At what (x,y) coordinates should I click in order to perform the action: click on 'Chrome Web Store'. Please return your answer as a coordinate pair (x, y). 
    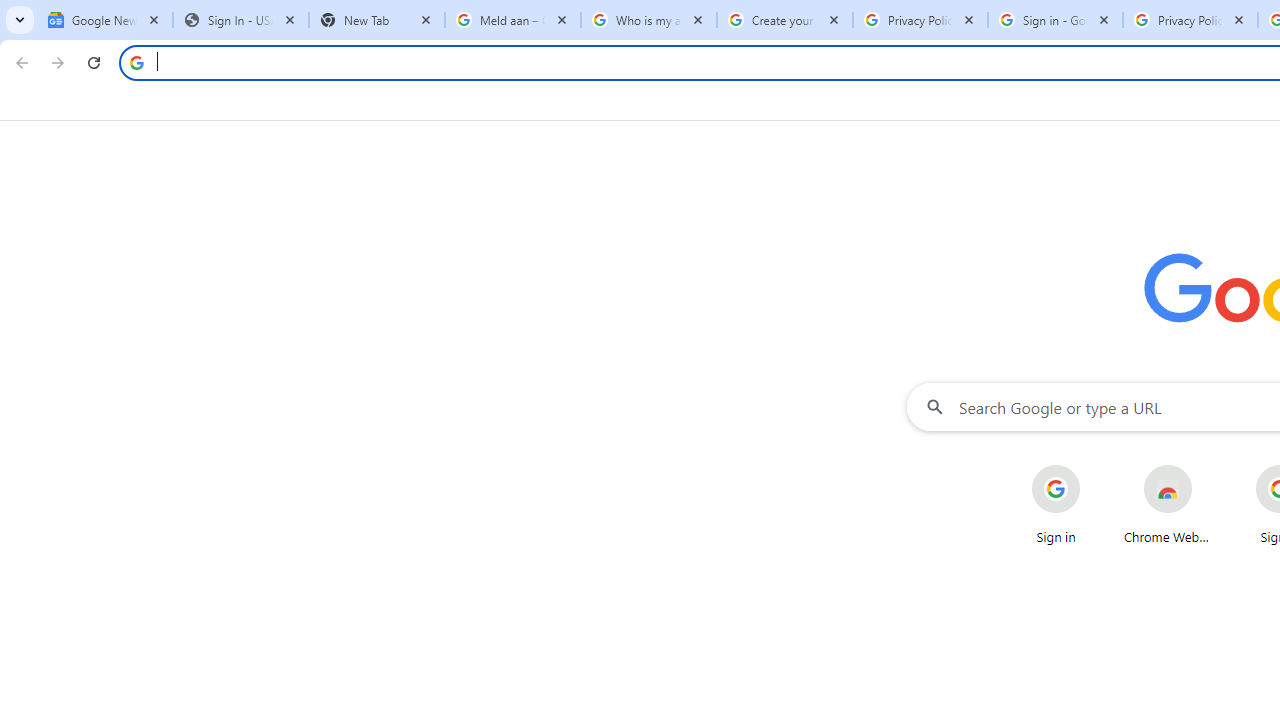
    Looking at the image, I should click on (1168, 504).